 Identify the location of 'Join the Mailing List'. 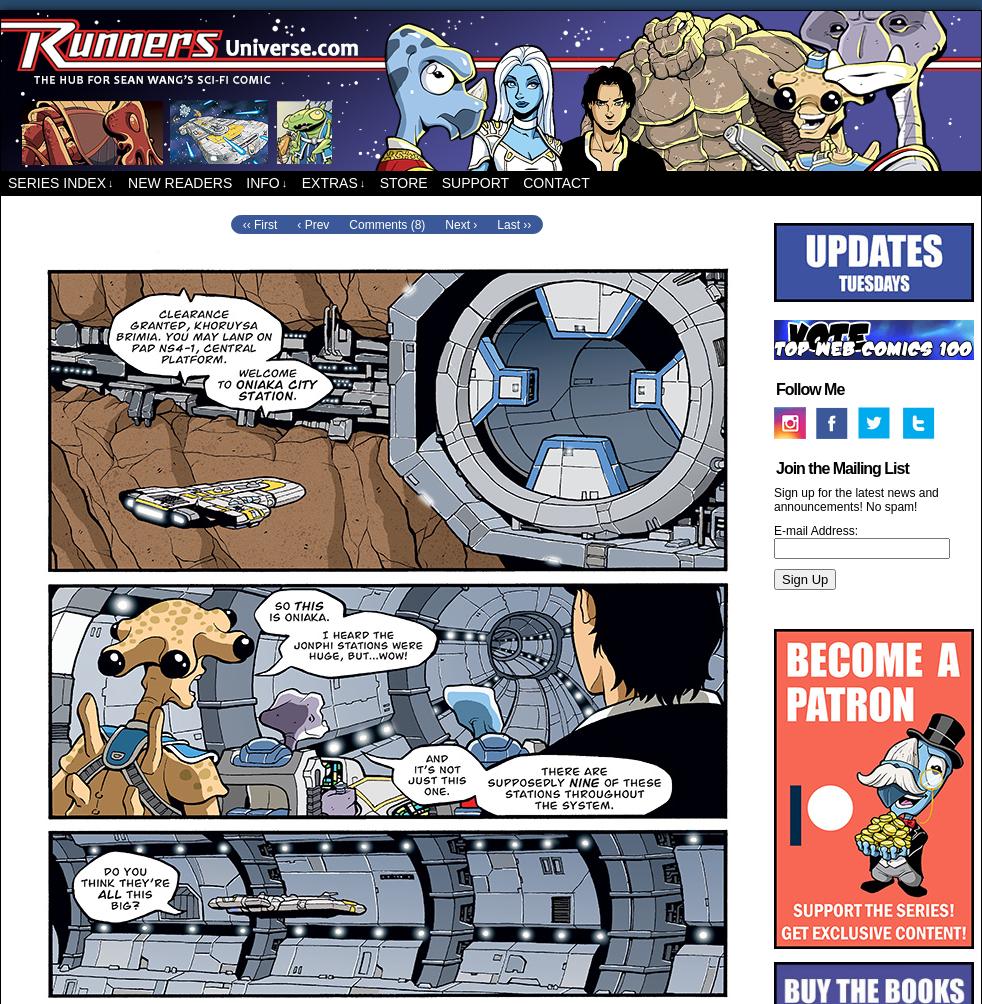
(775, 467).